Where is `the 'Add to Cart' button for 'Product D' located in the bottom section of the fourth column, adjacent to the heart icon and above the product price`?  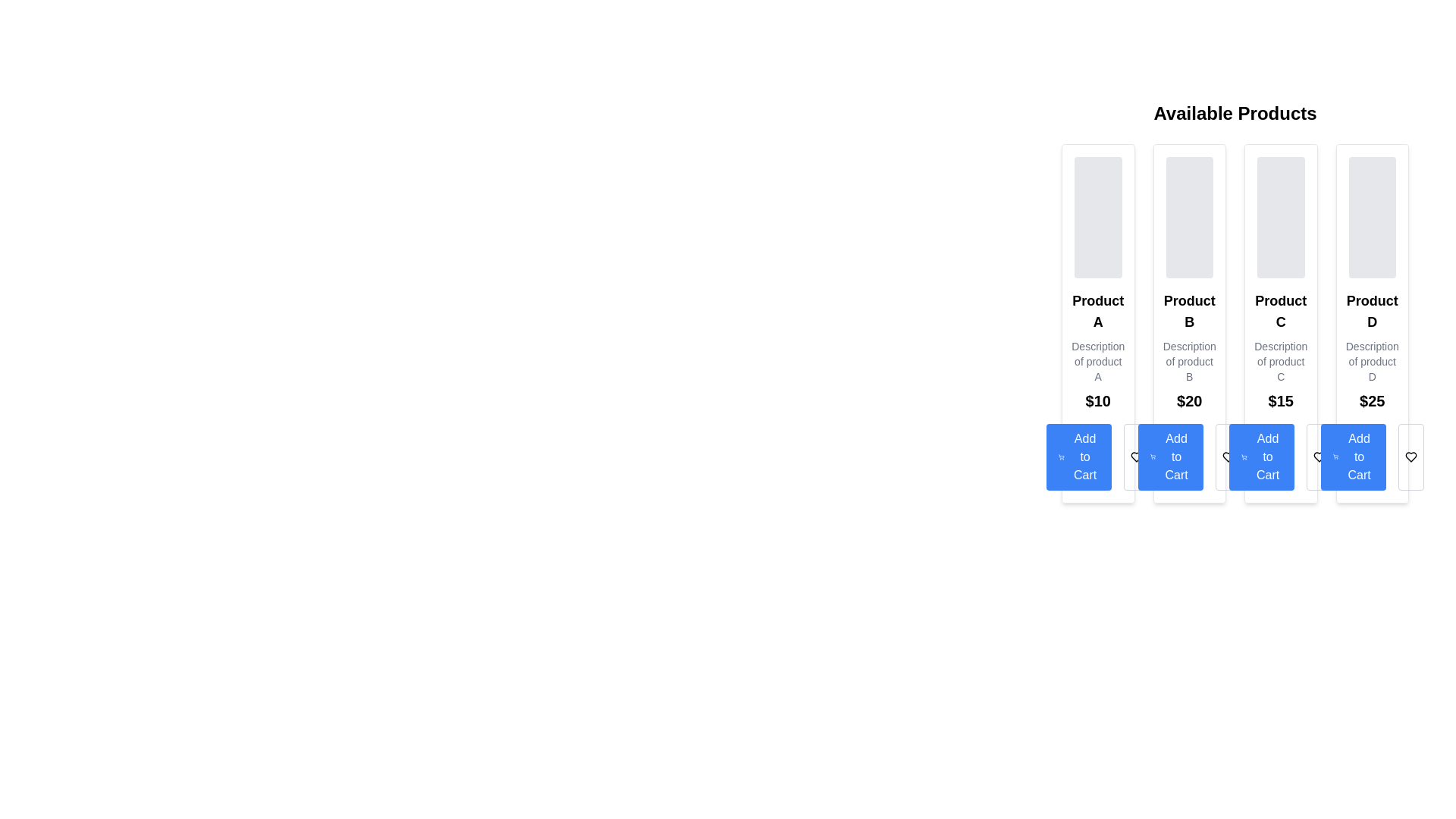
the 'Add to Cart' button for 'Product D' located in the bottom section of the fourth column, adjacent to the heart icon and above the product price is located at coordinates (1353, 456).